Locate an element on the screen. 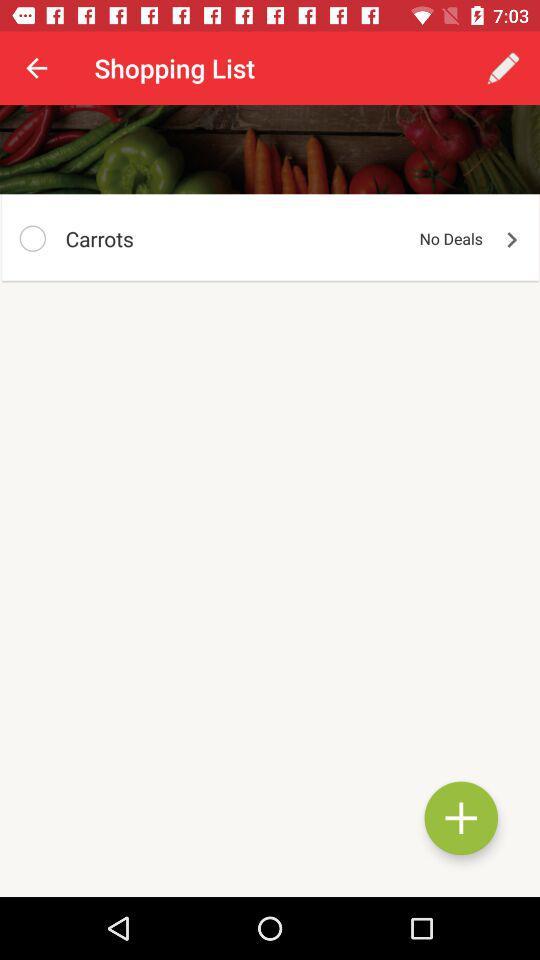 The height and width of the screenshot is (960, 540). carrots is located at coordinates (31, 238).